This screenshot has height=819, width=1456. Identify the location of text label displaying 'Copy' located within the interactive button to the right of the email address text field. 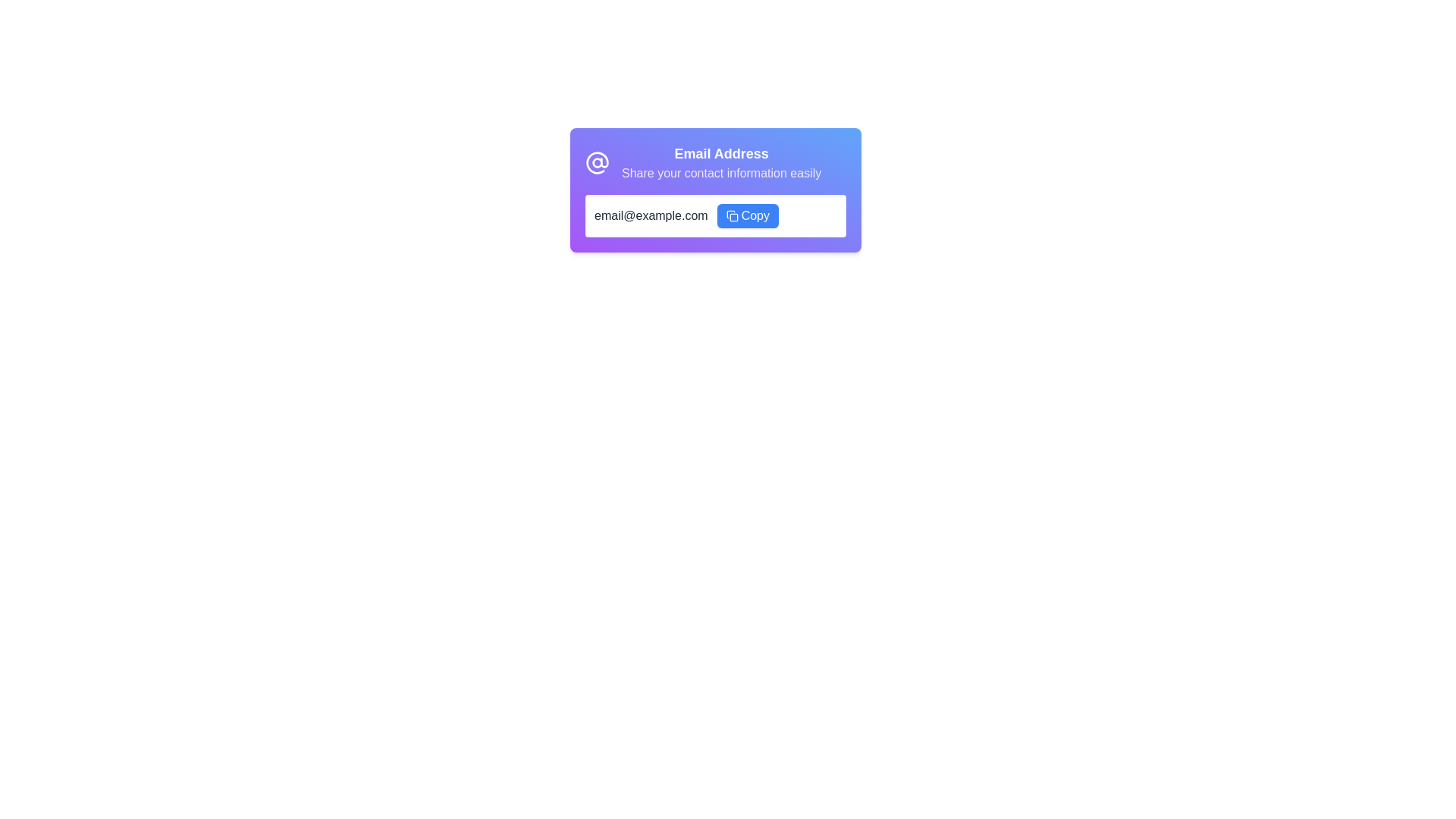
(748, 216).